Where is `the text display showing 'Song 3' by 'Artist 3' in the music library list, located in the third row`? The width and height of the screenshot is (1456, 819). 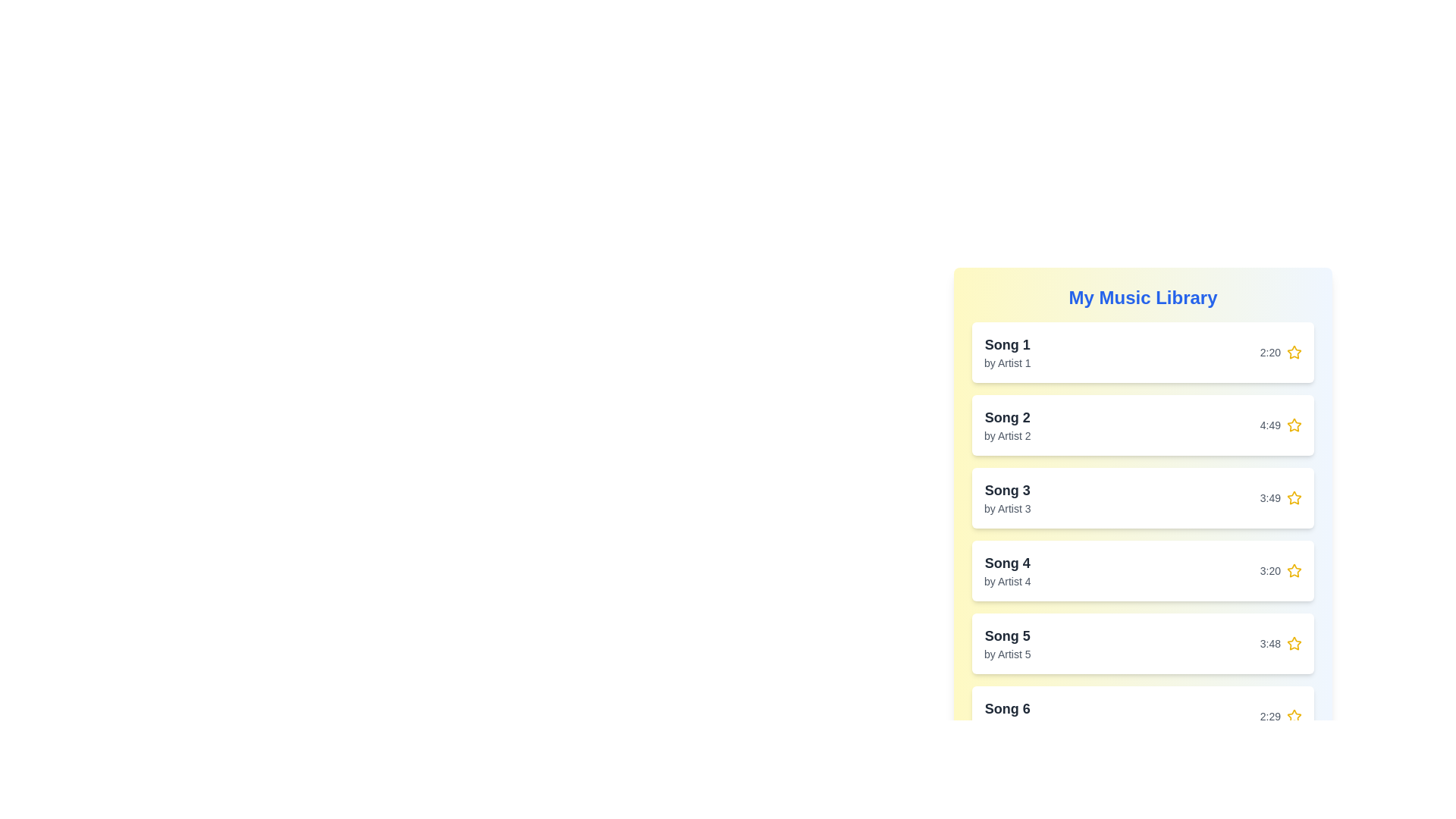 the text display showing 'Song 3' by 'Artist 3' in the music library list, located in the third row is located at coordinates (1007, 497).